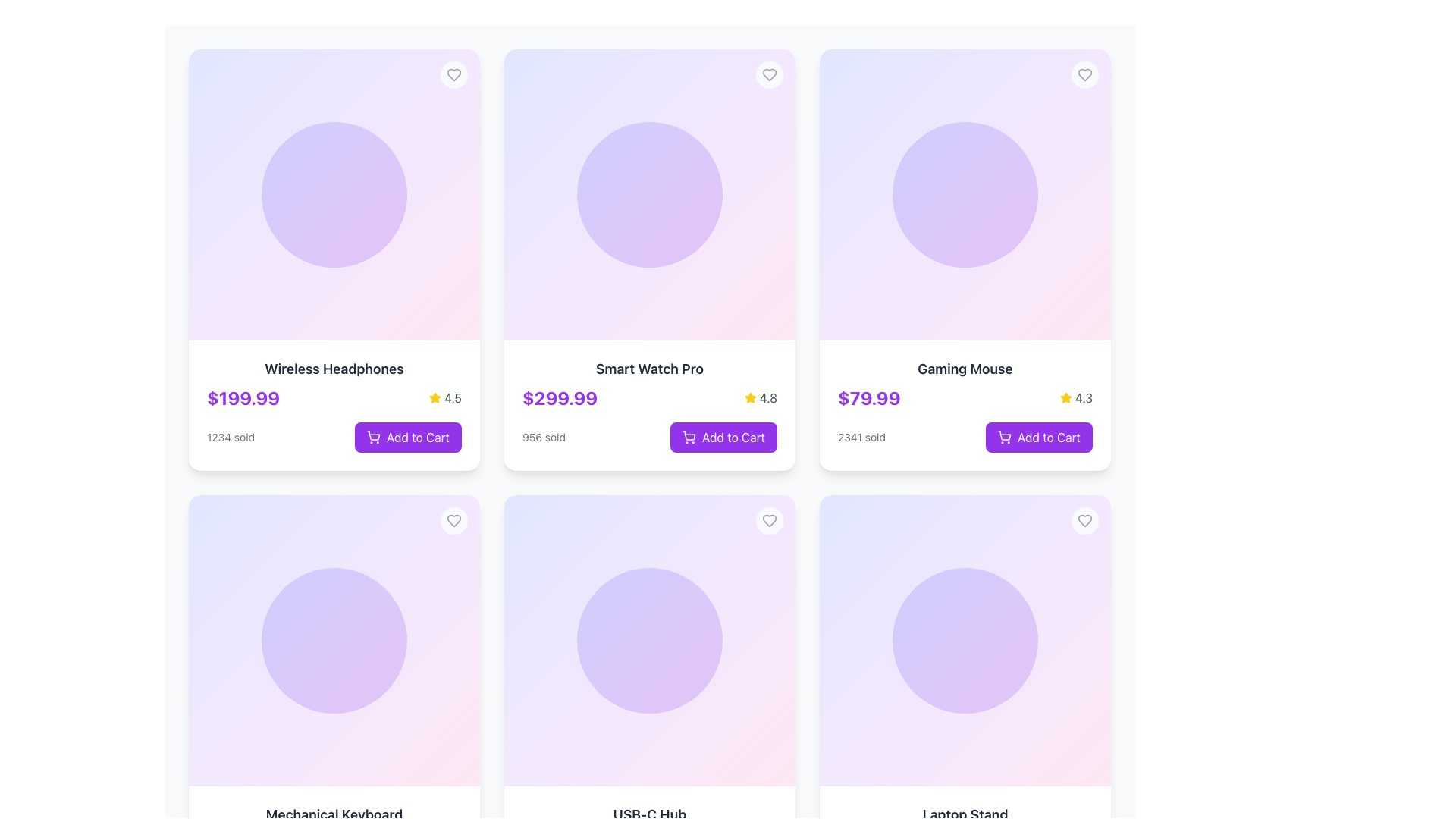 The height and width of the screenshot is (819, 1456). I want to click on the decorative circle element located at the center of the Wireless Headphones product card, positioned above the price and details, so click(334, 194).